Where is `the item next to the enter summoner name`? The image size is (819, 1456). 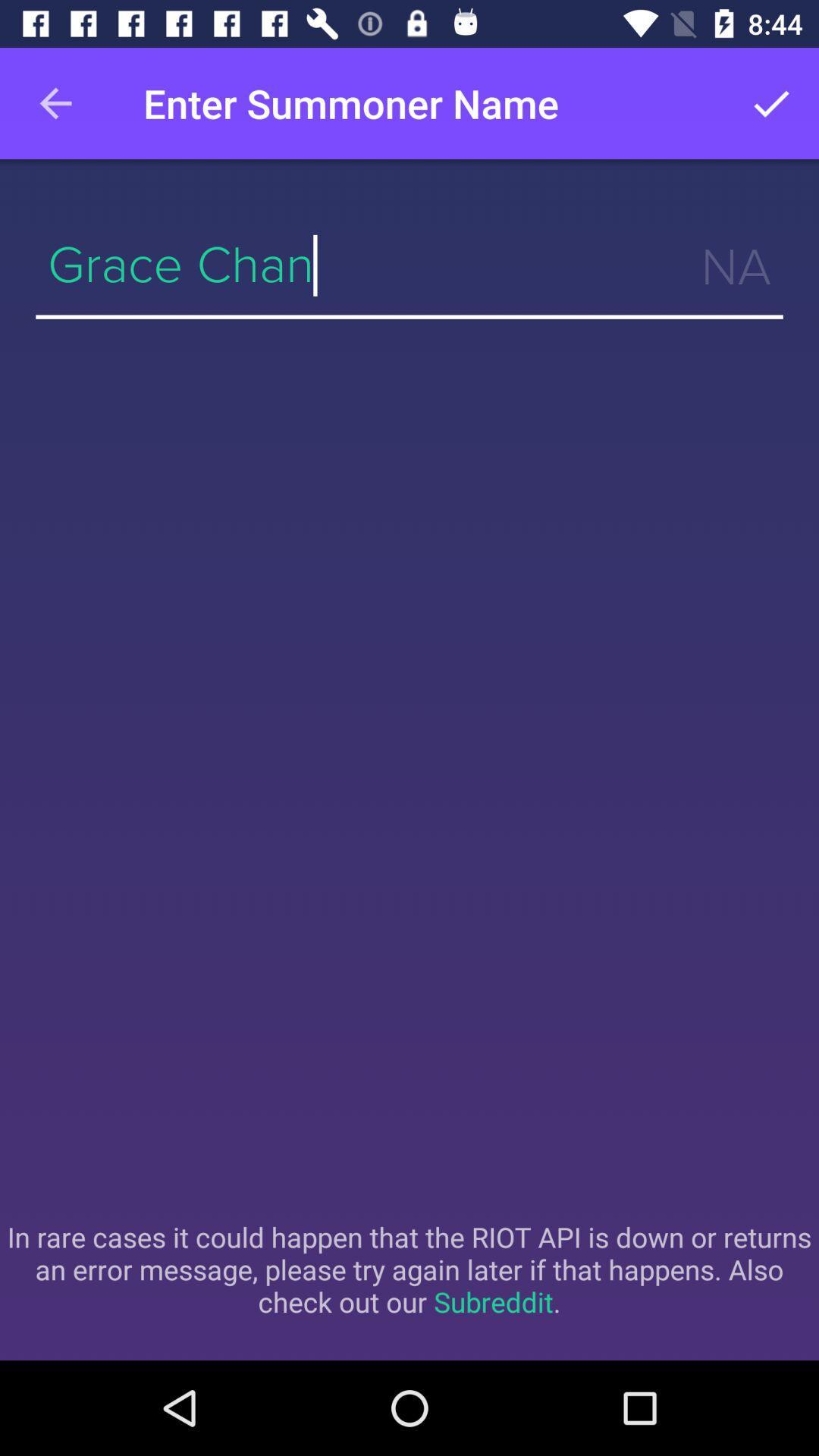
the item next to the enter summoner name is located at coordinates (55, 102).